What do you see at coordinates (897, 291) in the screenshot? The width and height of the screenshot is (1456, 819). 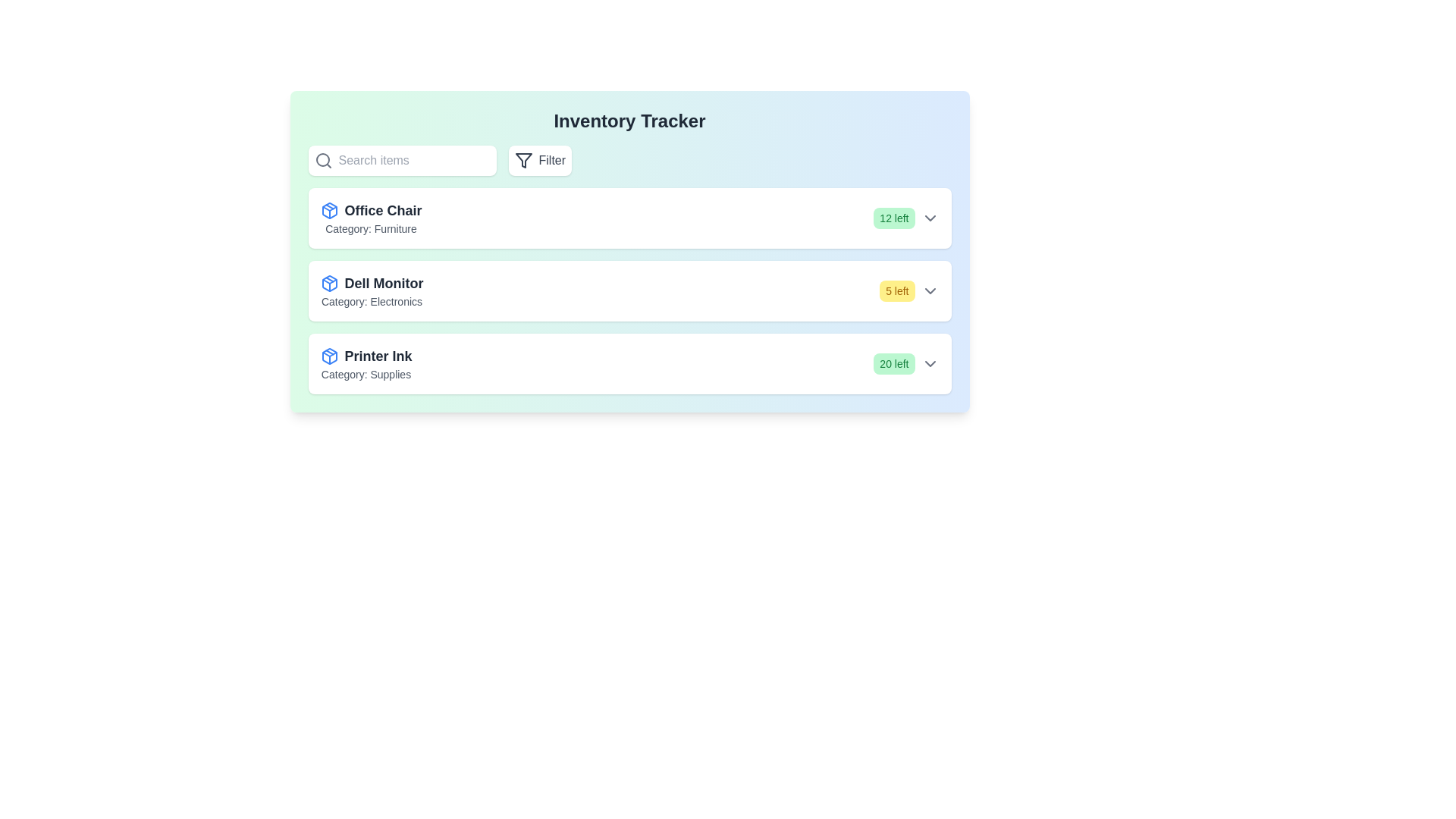 I see `the stock badge for Dell Monitor to observe its stock level` at bounding box center [897, 291].